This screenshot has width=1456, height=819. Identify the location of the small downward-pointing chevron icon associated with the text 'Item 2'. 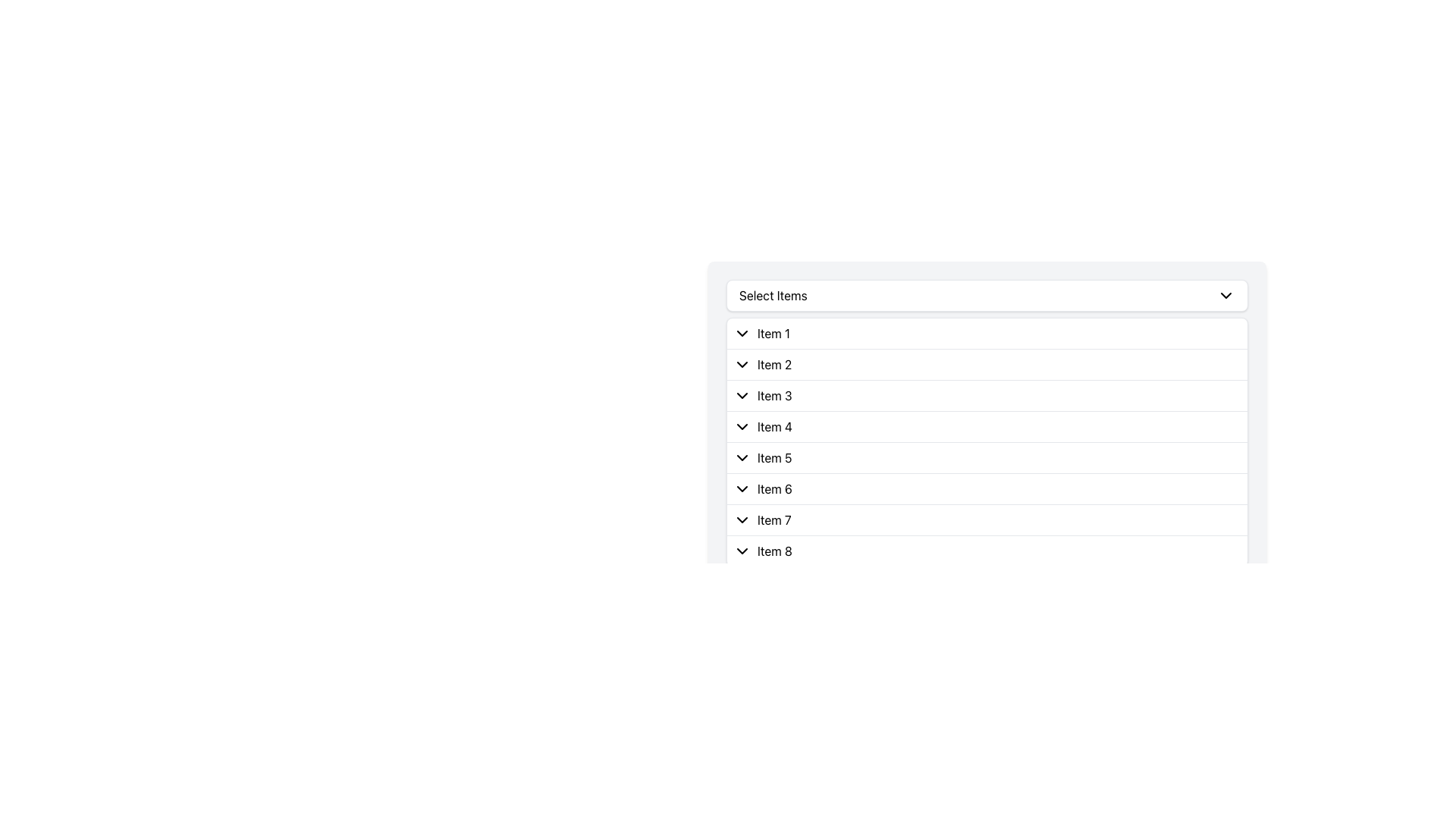
(742, 365).